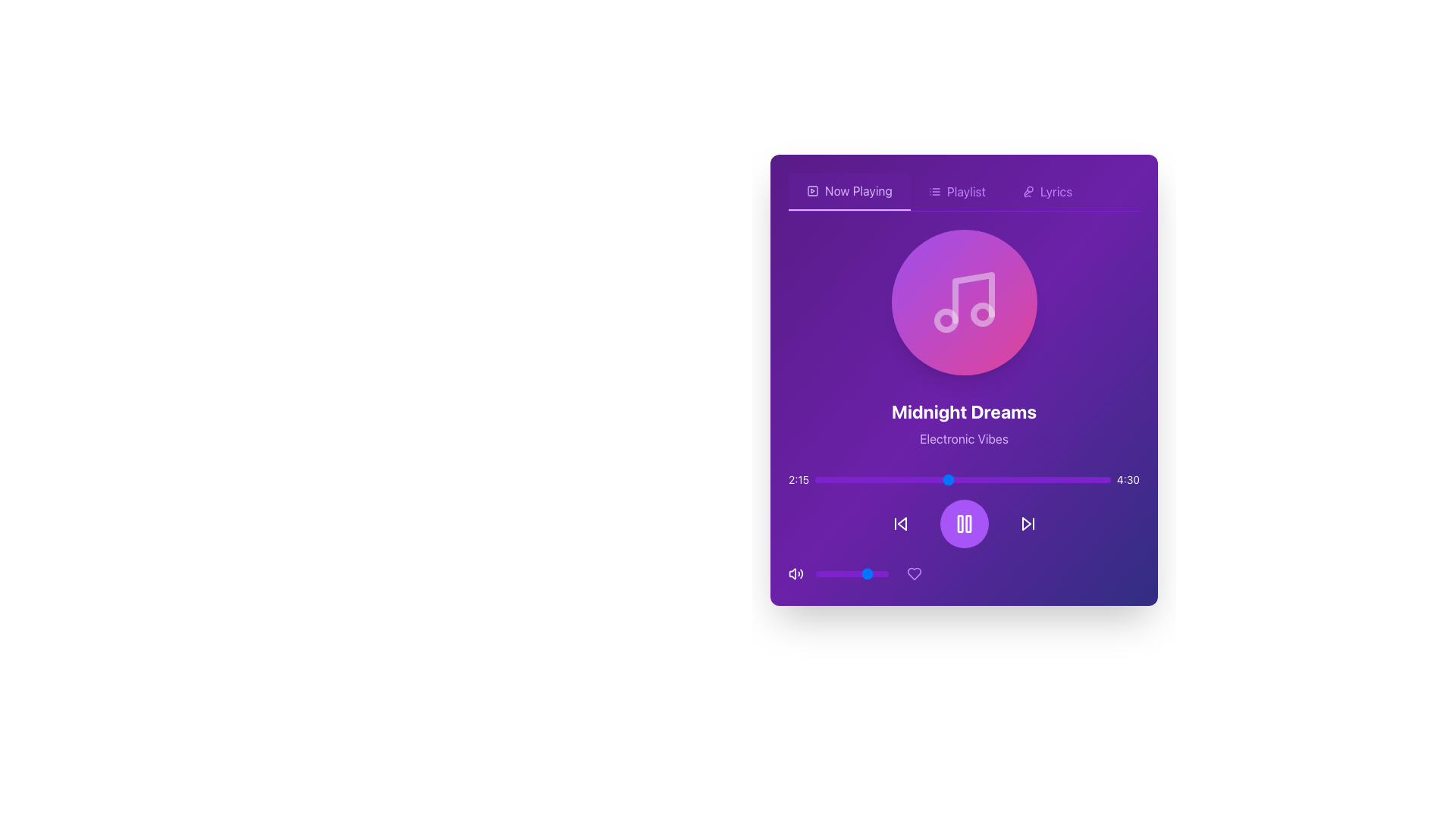 This screenshot has height=819, width=1456. Describe the element at coordinates (835, 479) in the screenshot. I see `the slider` at that location.